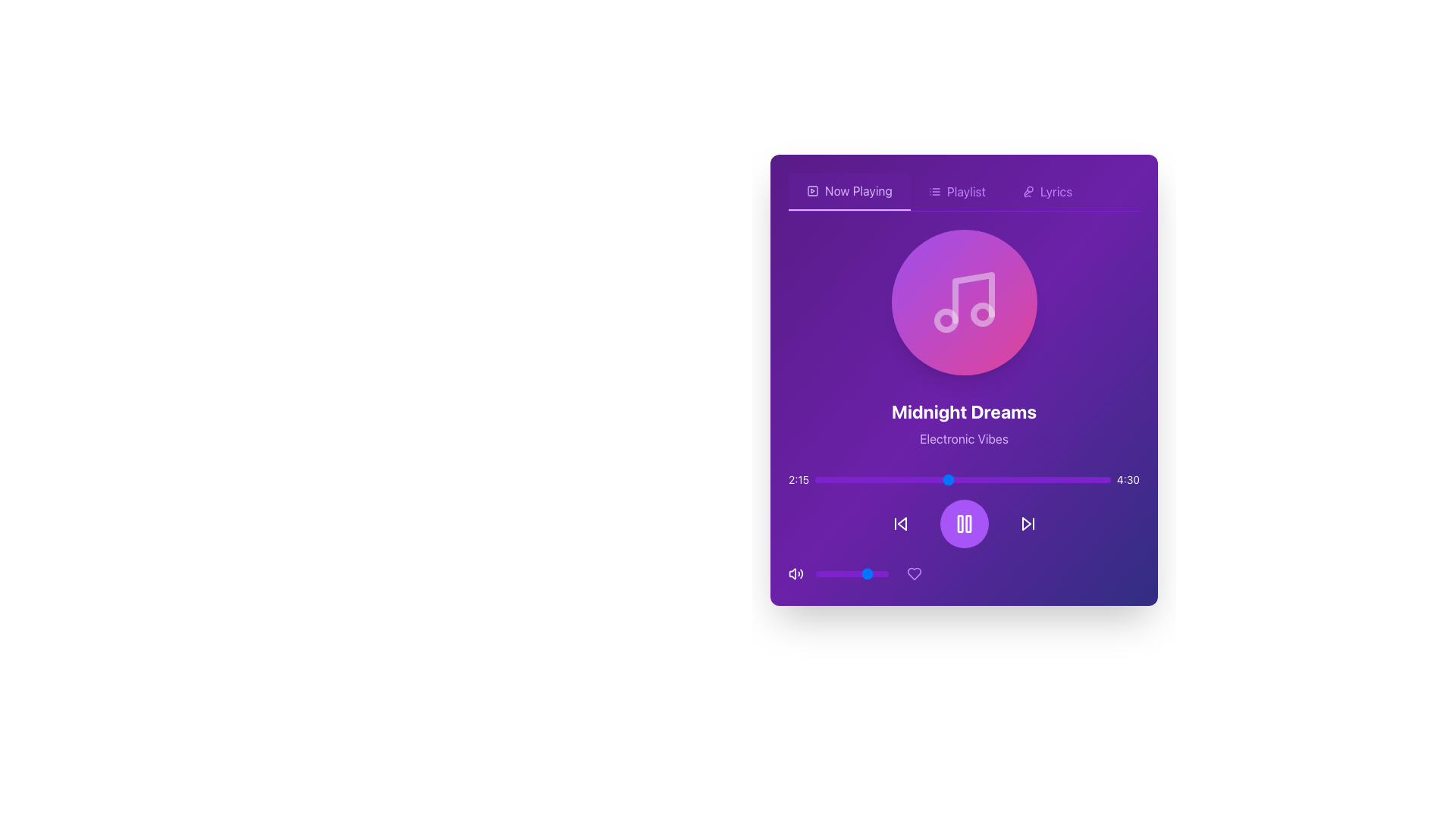 This screenshot has height=819, width=1456. Describe the element at coordinates (835, 479) in the screenshot. I see `the slider` at that location.